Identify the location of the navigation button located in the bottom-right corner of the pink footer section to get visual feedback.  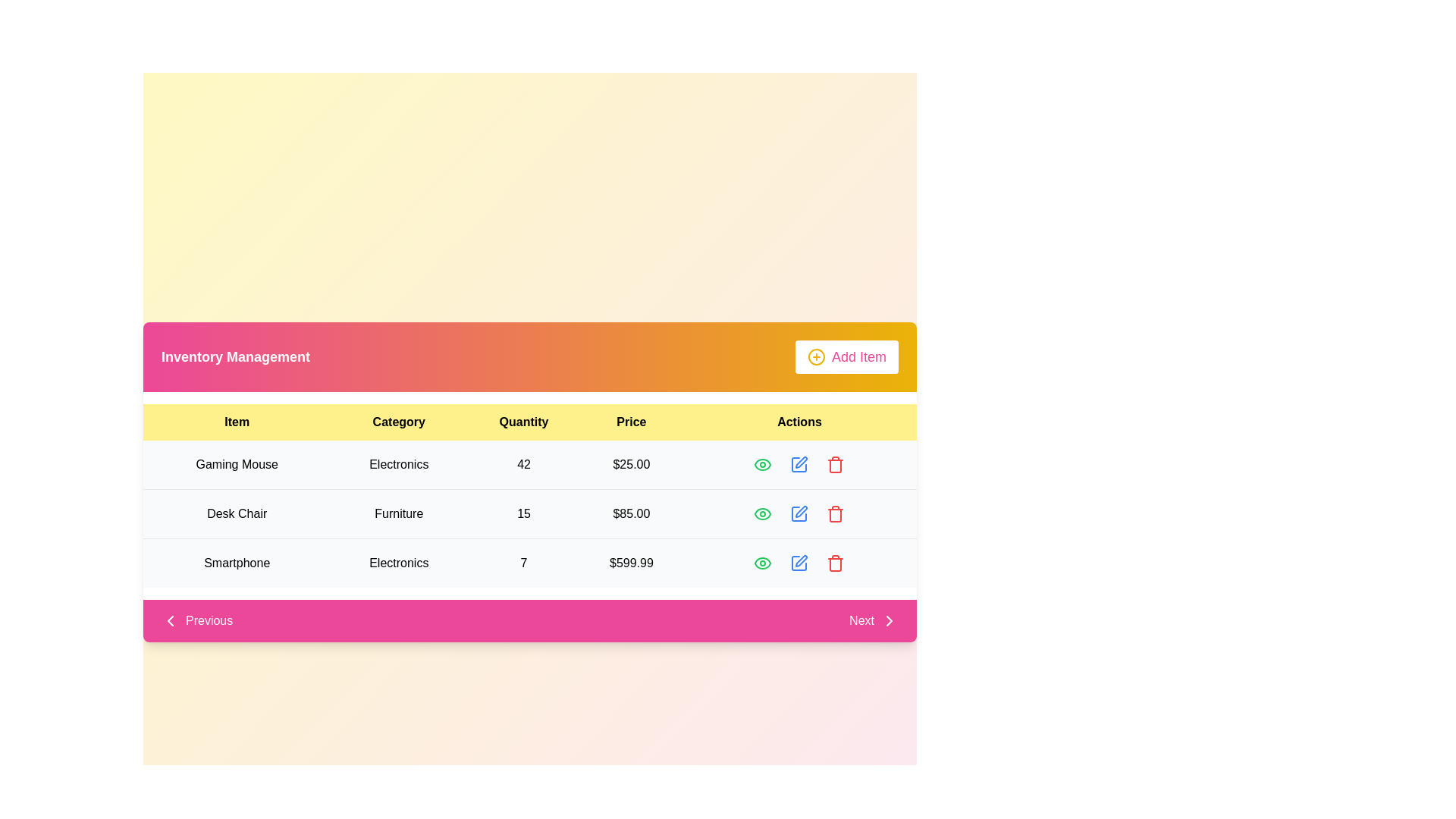
(874, 620).